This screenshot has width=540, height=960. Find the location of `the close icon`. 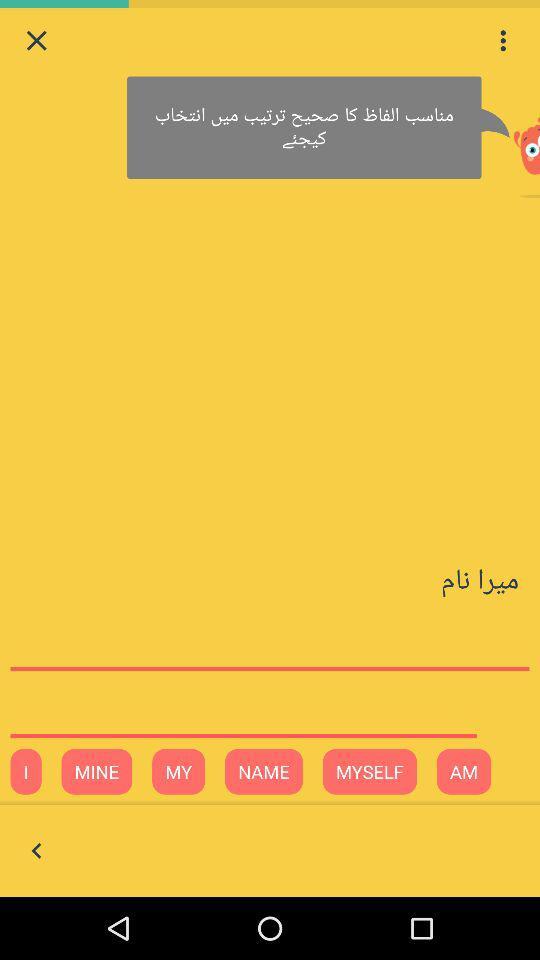

the close icon is located at coordinates (36, 42).